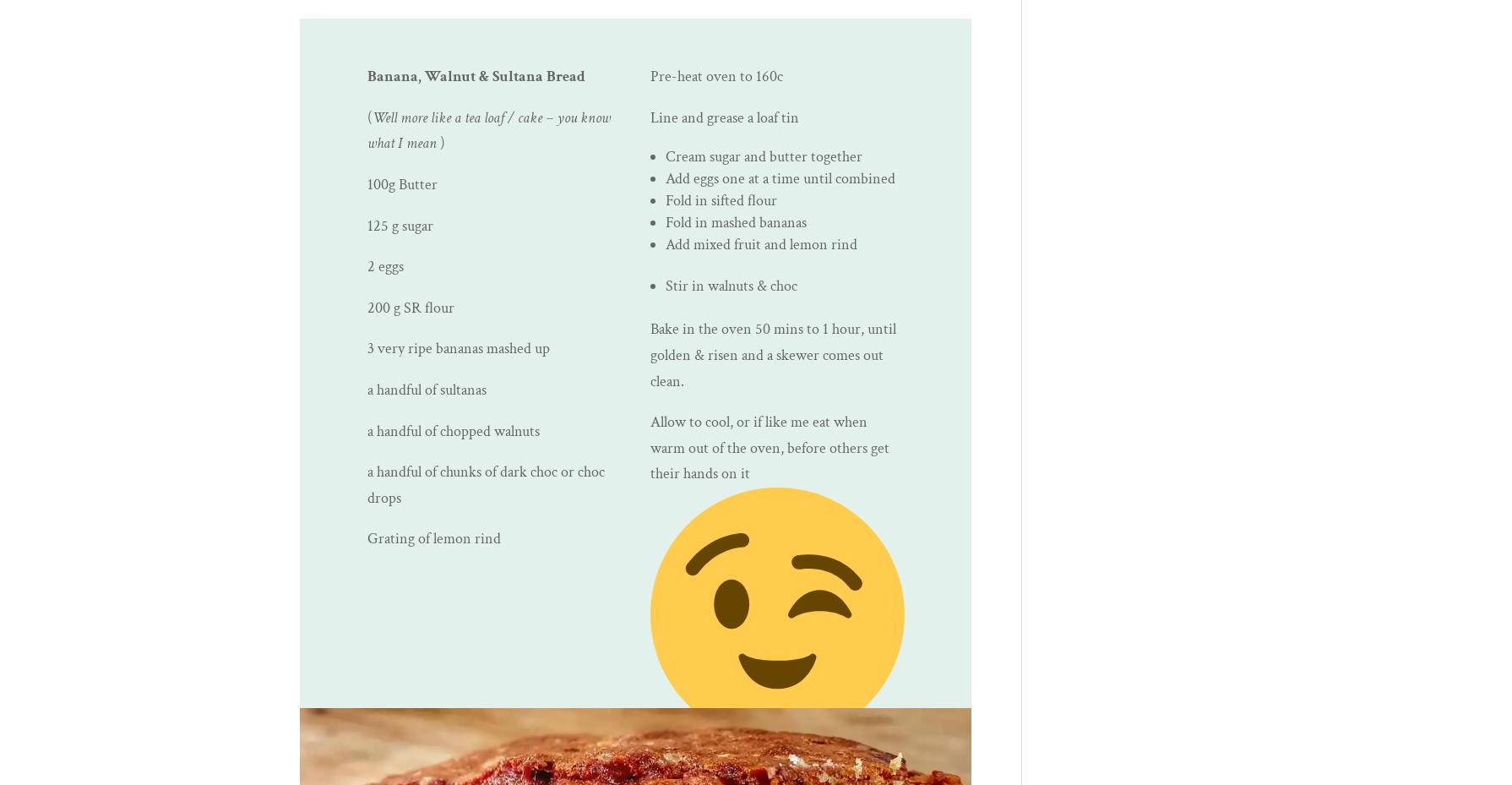 Image resolution: width=1512 pixels, height=785 pixels. Describe the element at coordinates (731, 286) in the screenshot. I see `'Stir in walnuts & choc'` at that location.